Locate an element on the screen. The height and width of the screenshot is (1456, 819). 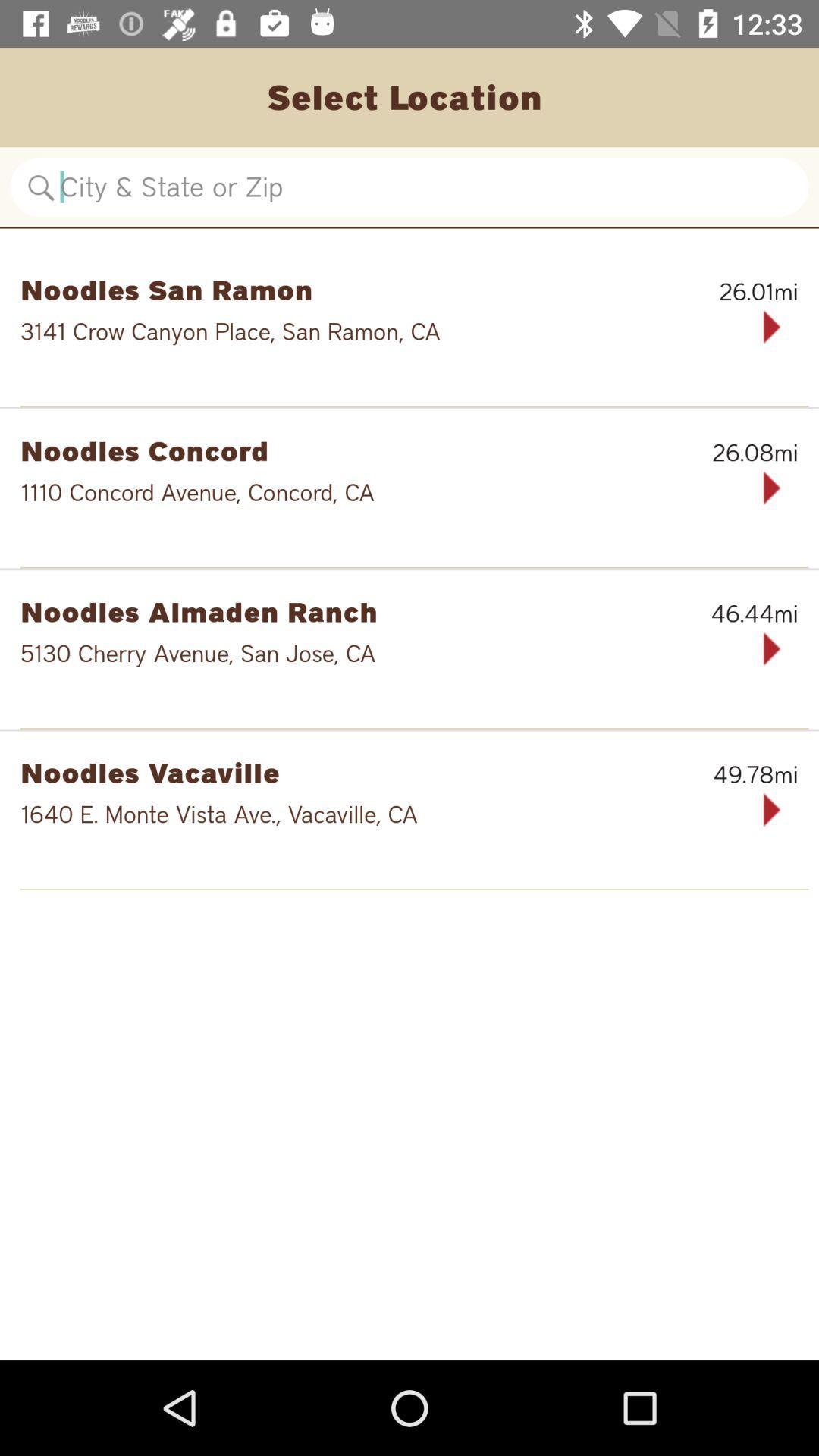
item to the right of the noodles vacaville  icon is located at coordinates (720, 774).